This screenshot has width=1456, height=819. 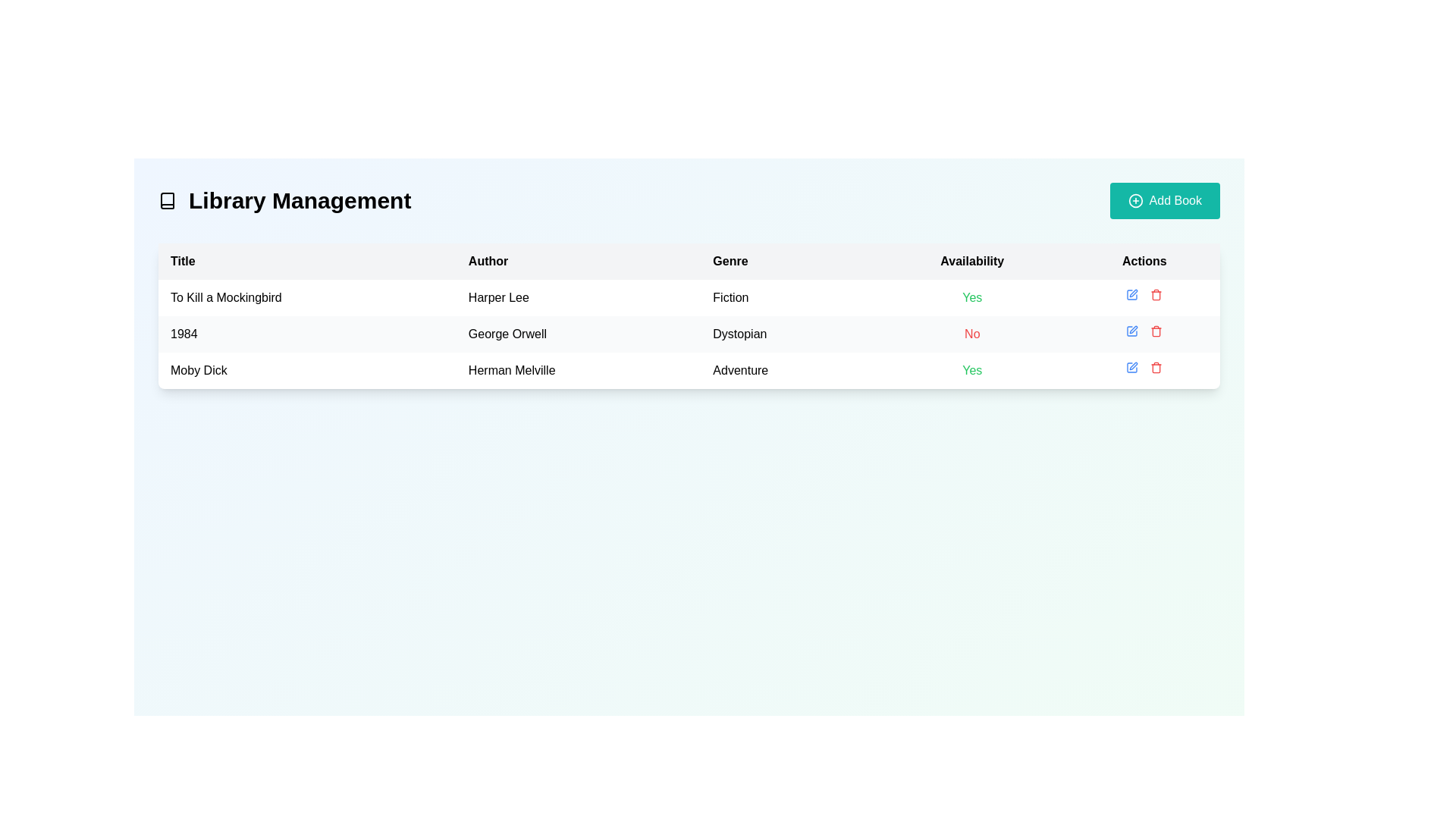 I want to click on the 'Add Book' button with a teal background and rounded corners, located to the right of the 'Library Management' title, so click(x=1164, y=200).